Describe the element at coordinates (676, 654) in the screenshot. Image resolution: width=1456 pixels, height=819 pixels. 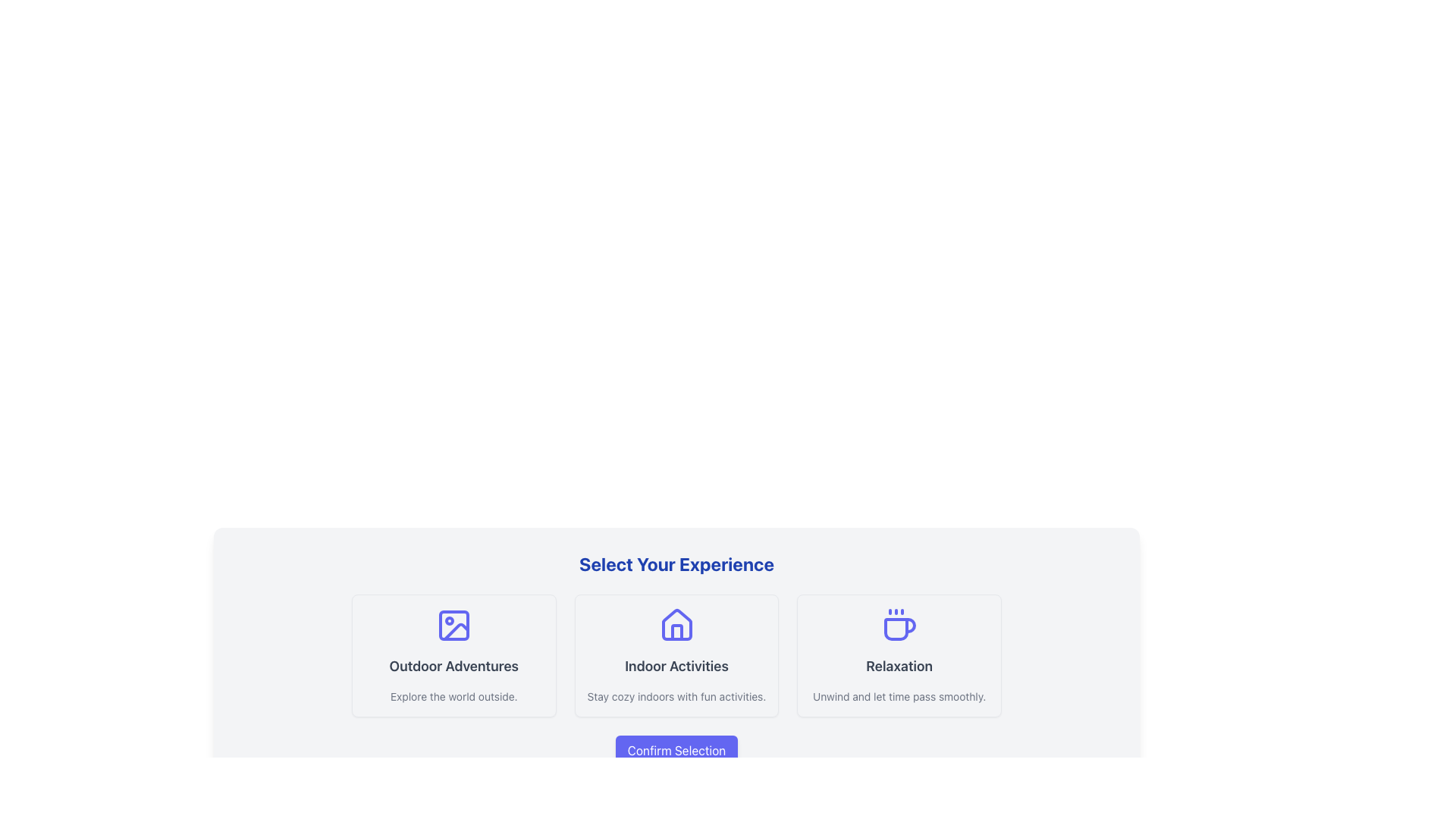
I see `the 'Indoor Activities' selection card` at that location.